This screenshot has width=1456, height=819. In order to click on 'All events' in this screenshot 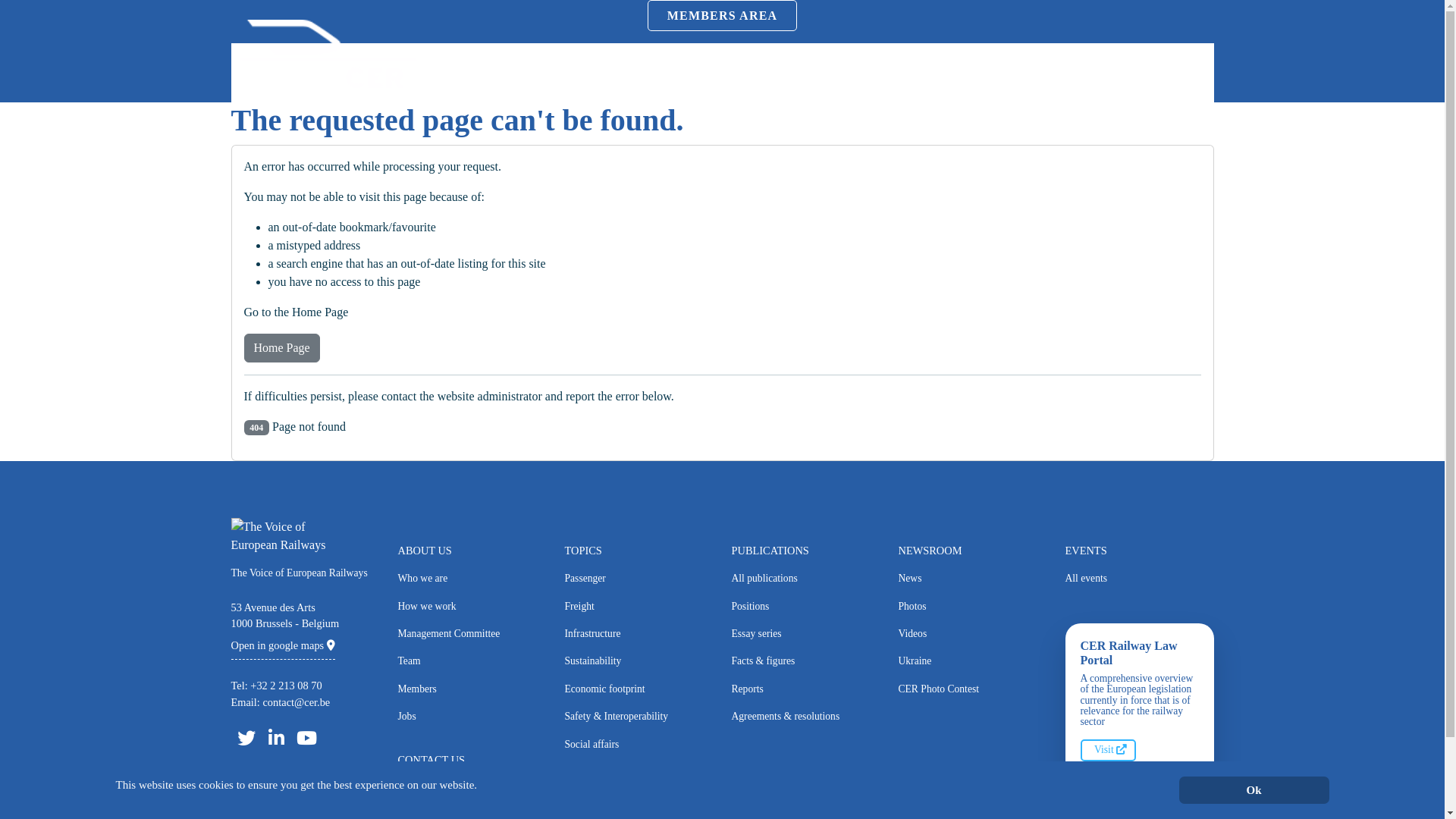, I will do `click(1139, 579)`.